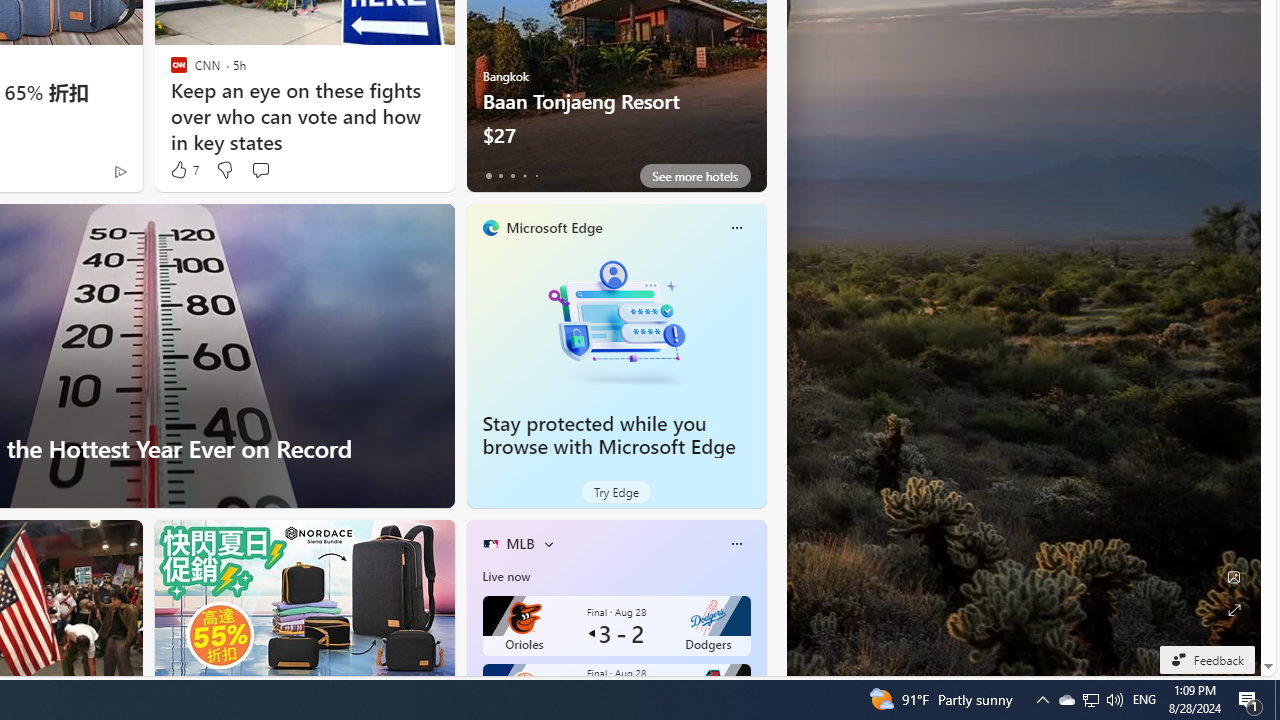  Describe the element at coordinates (183, 169) in the screenshot. I see `'7 Like'` at that location.